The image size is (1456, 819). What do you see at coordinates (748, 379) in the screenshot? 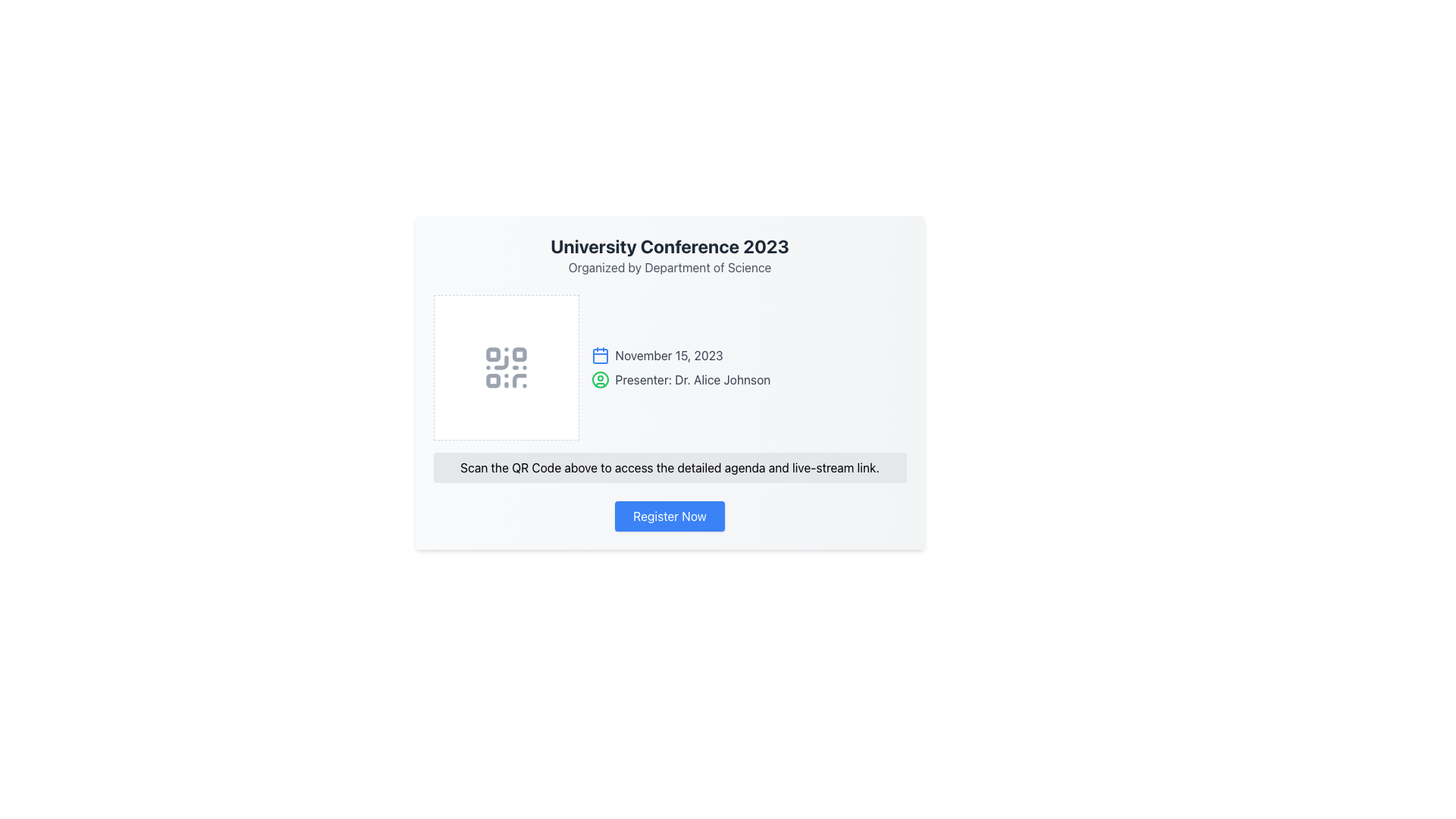
I see `the Text element displaying 'Presenter: Dr. Alice Johnson' with an adjacent green user icon, located beneath the heading 'University Conference 2023'` at bounding box center [748, 379].